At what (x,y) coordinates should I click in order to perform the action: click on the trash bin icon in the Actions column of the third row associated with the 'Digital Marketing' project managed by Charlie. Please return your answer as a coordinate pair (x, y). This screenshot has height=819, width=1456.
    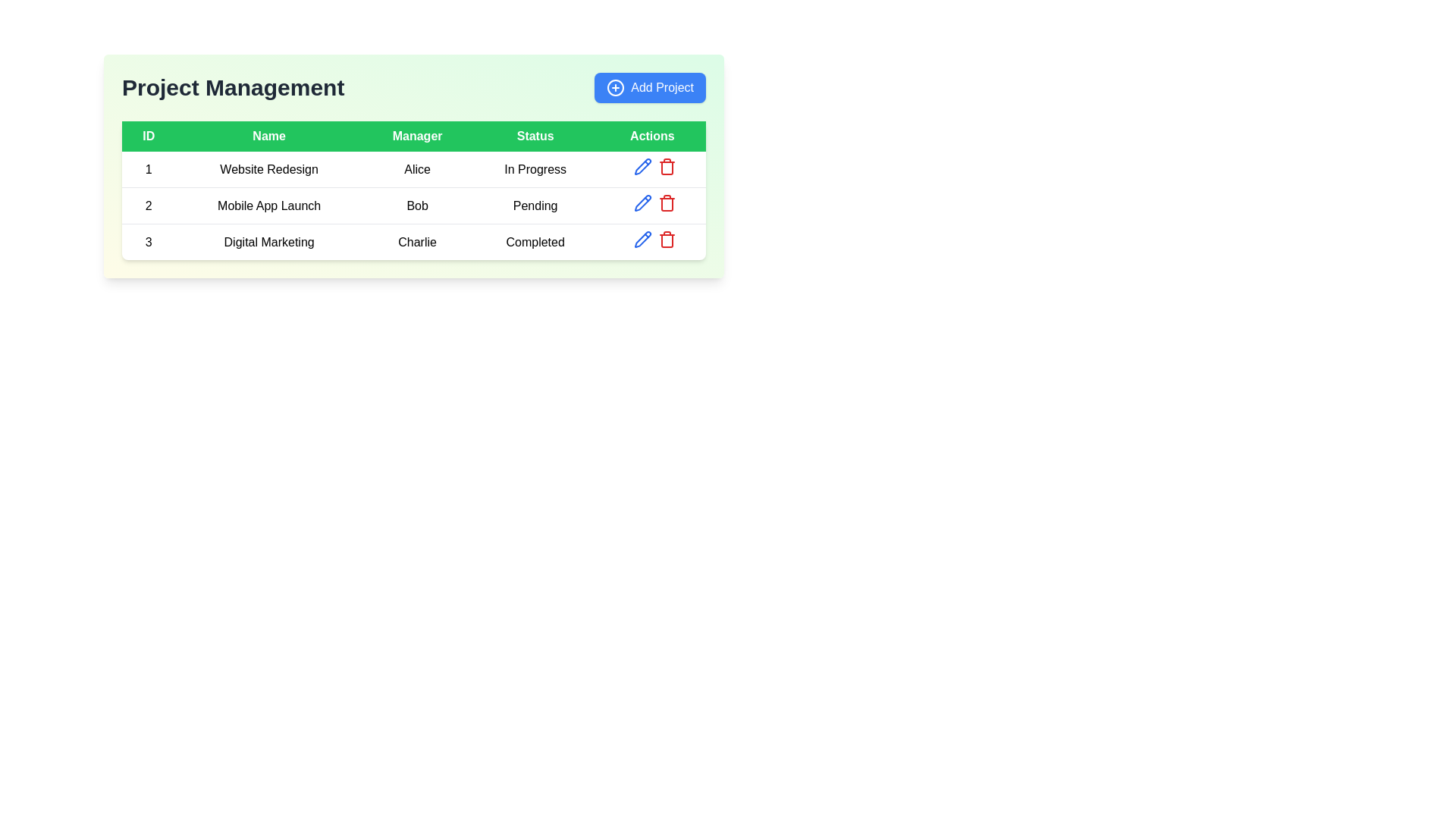
    Looking at the image, I should click on (667, 239).